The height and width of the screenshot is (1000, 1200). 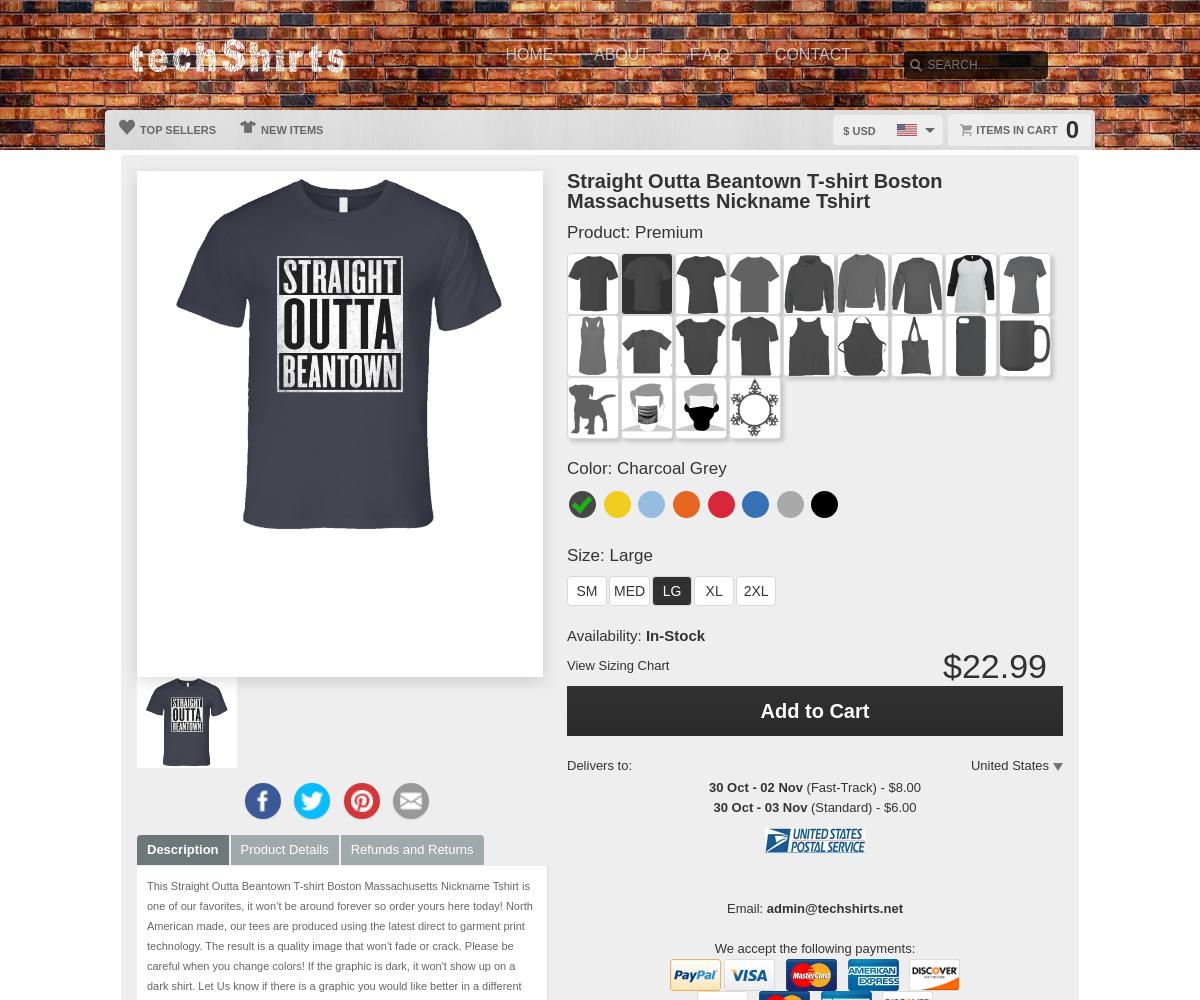 What do you see at coordinates (671, 590) in the screenshot?
I see `'LG'` at bounding box center [671, 590].